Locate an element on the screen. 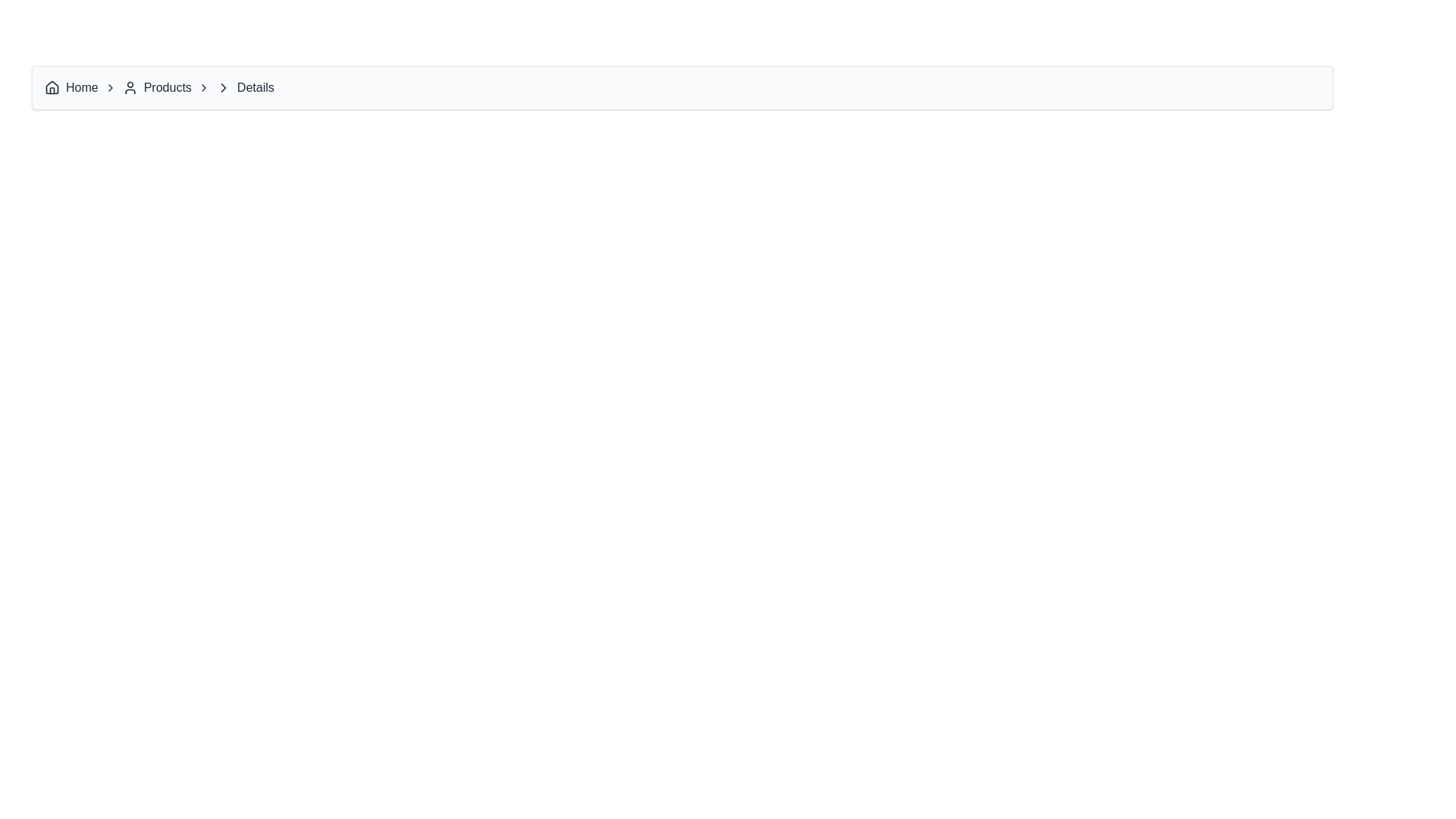  the 'Products' text label in the breadcrumb navigation bar, which indicates the current navigation section is located at coordinates (168, 87).